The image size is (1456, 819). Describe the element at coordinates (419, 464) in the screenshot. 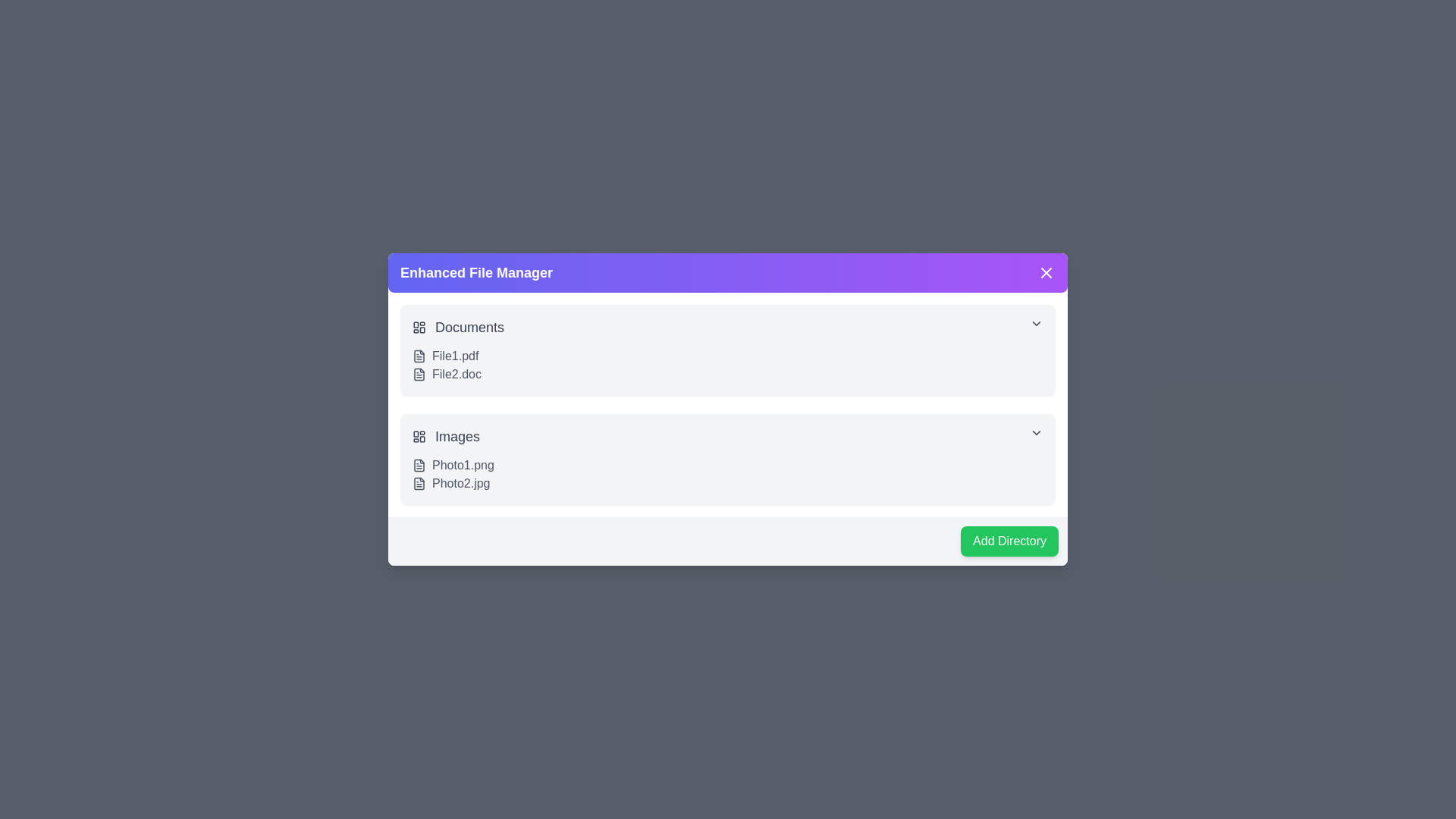

I see `the file Photo1.png listed under the directory Images` at that location.